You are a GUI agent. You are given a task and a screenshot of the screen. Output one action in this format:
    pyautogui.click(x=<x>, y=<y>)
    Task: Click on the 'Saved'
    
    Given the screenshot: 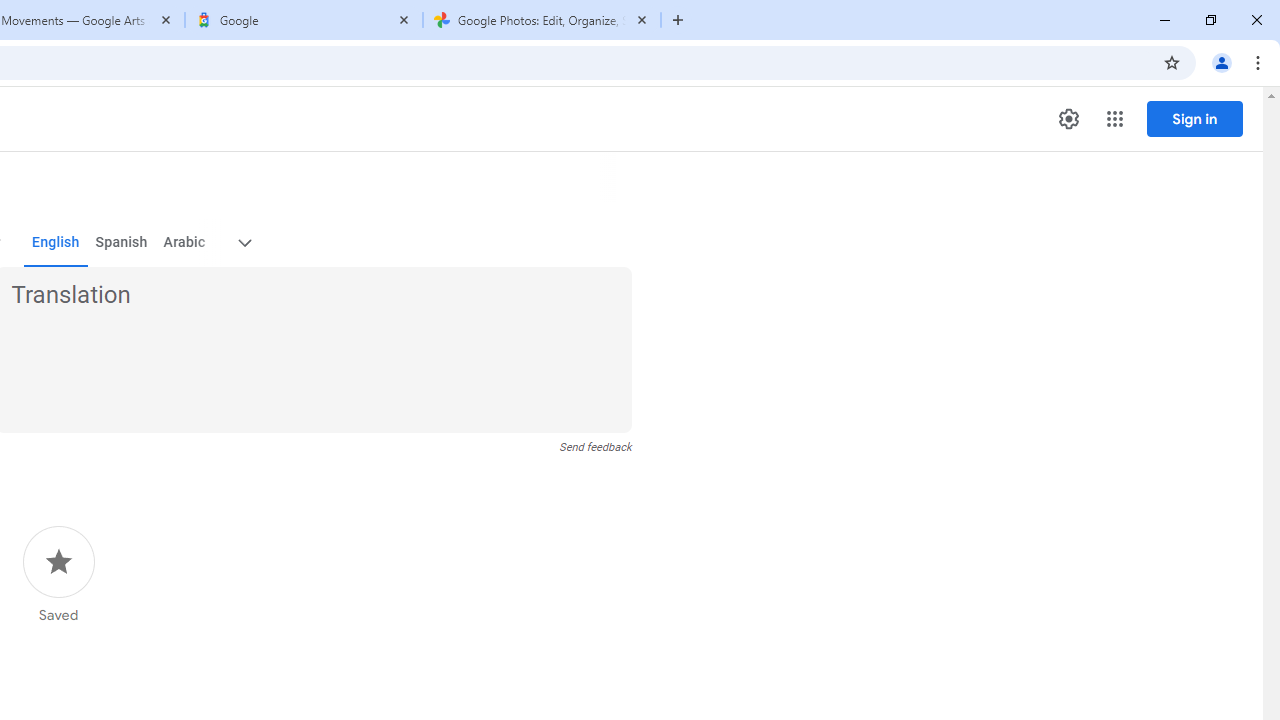 What is the action you would take?
    pyautogui.click(x=58, y=575)
    